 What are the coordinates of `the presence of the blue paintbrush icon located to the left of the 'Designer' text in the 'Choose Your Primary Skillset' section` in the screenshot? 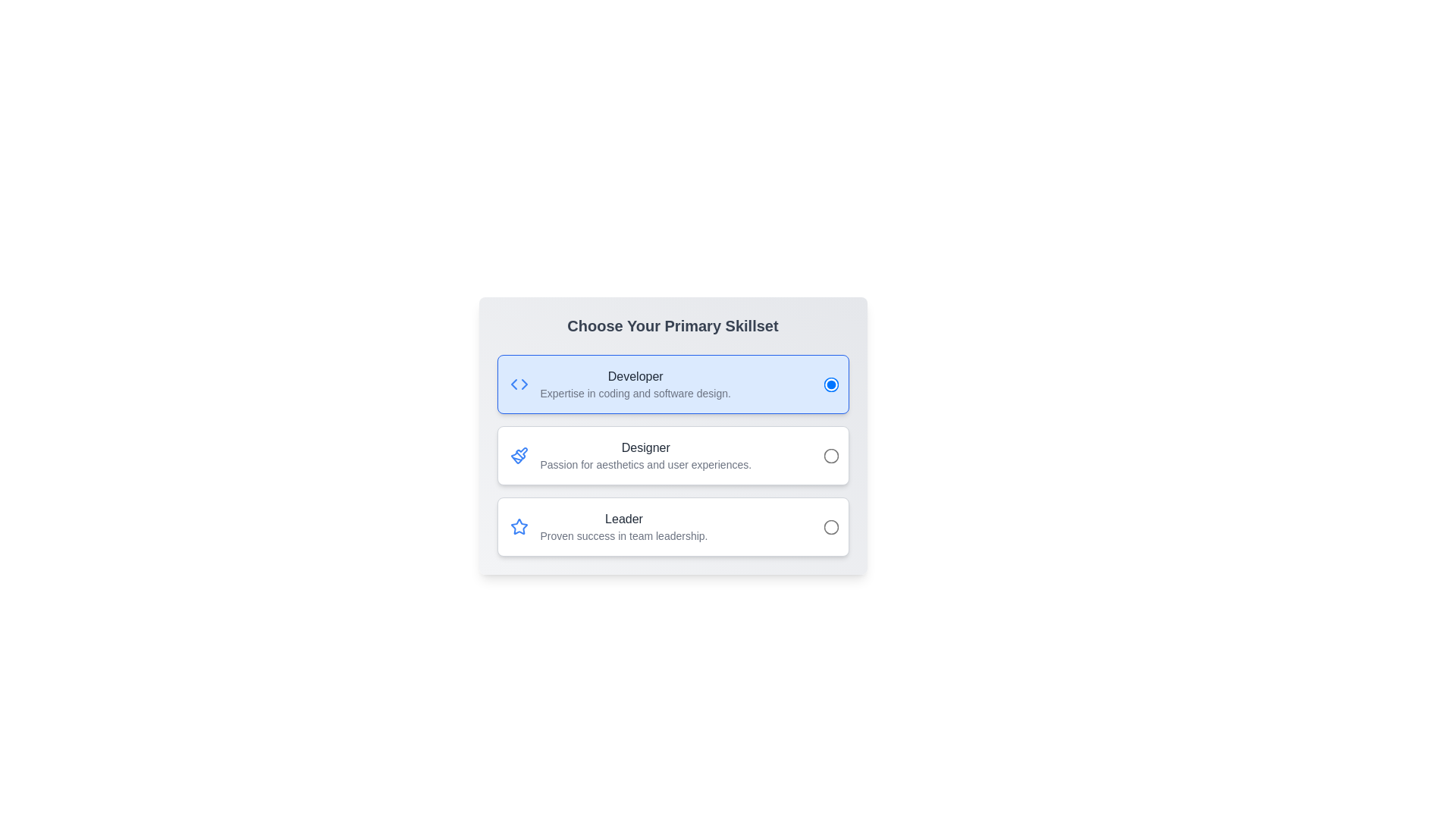 It's located at (519, 455).